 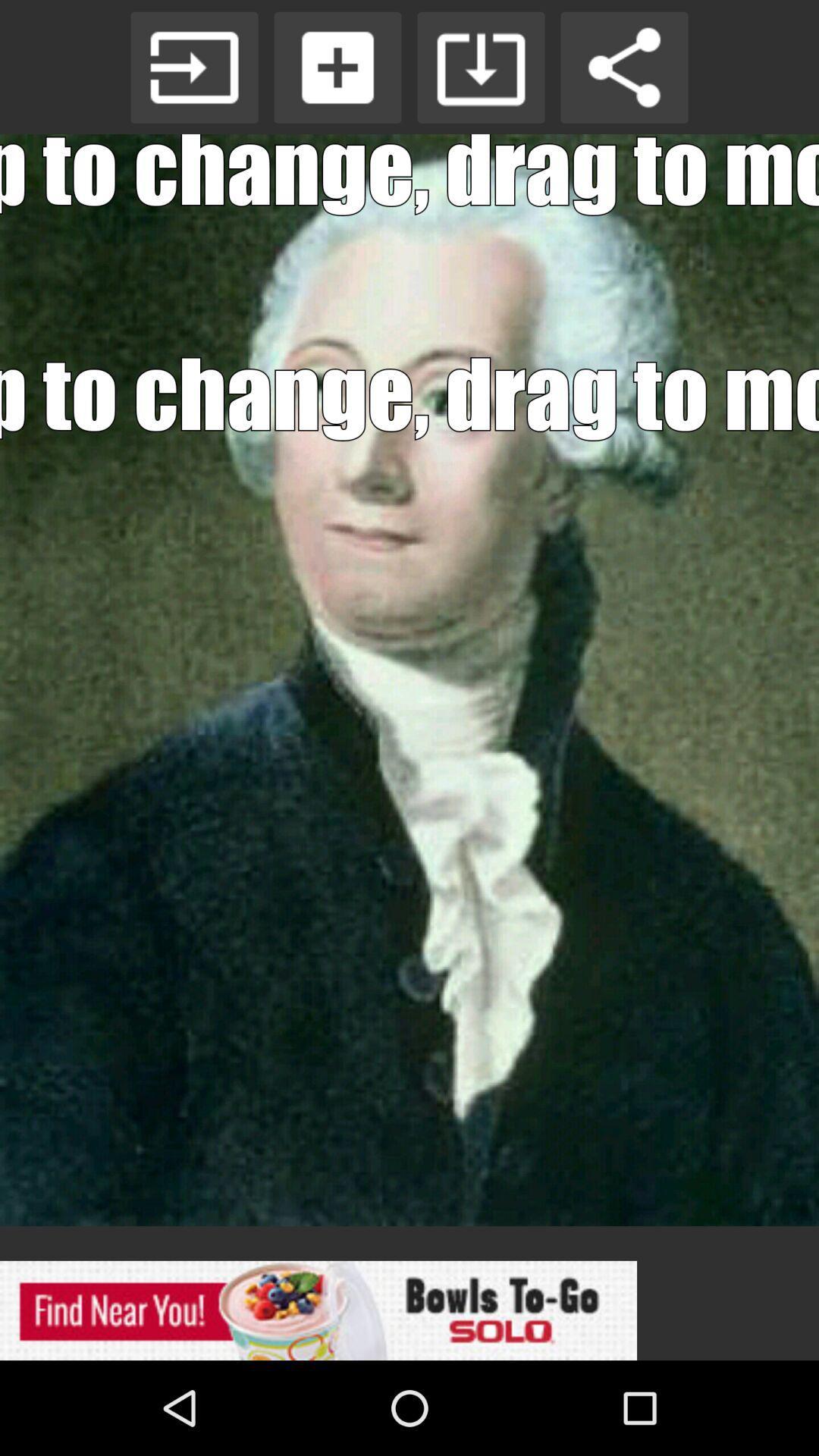 What do you see at coordinates (337, 67) in the screenshot?
I see `the add icon` at bounding box center [337, 67].